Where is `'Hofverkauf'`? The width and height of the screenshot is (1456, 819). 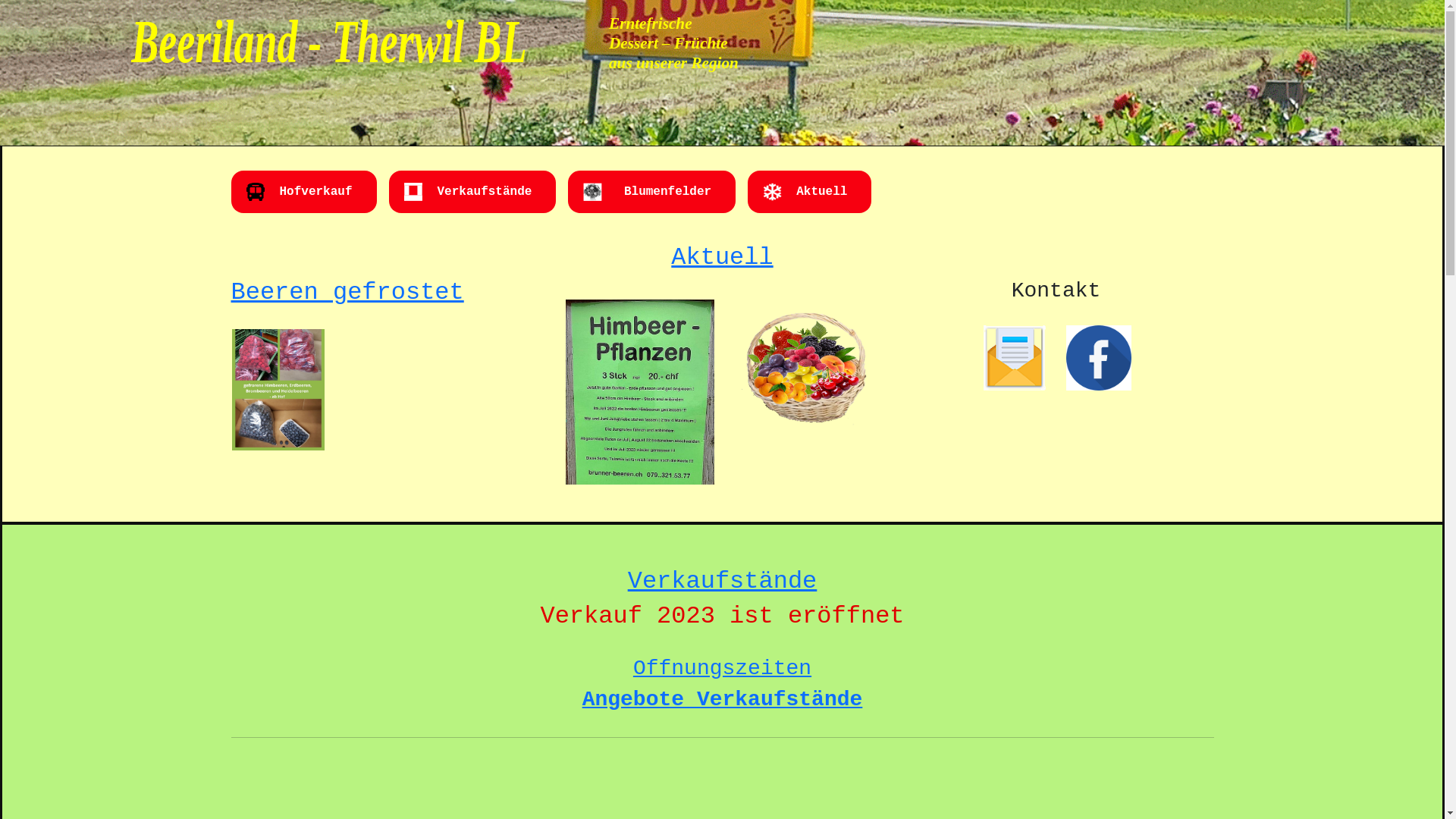 'Hofverkauf' is located at coordinates (315, 191).